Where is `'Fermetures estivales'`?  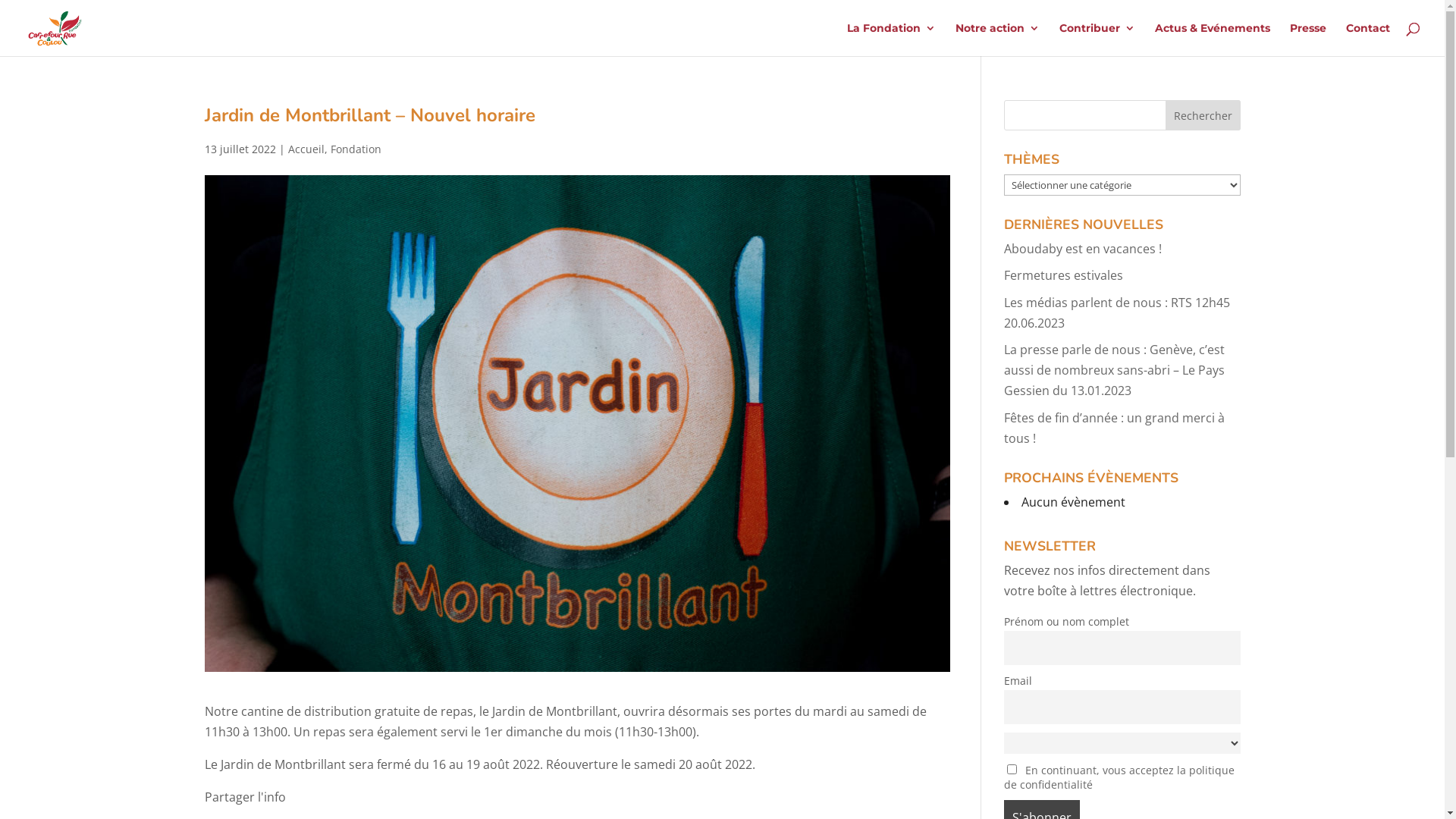
'Fermetures estivales' is located at coordinates (1004, 275).